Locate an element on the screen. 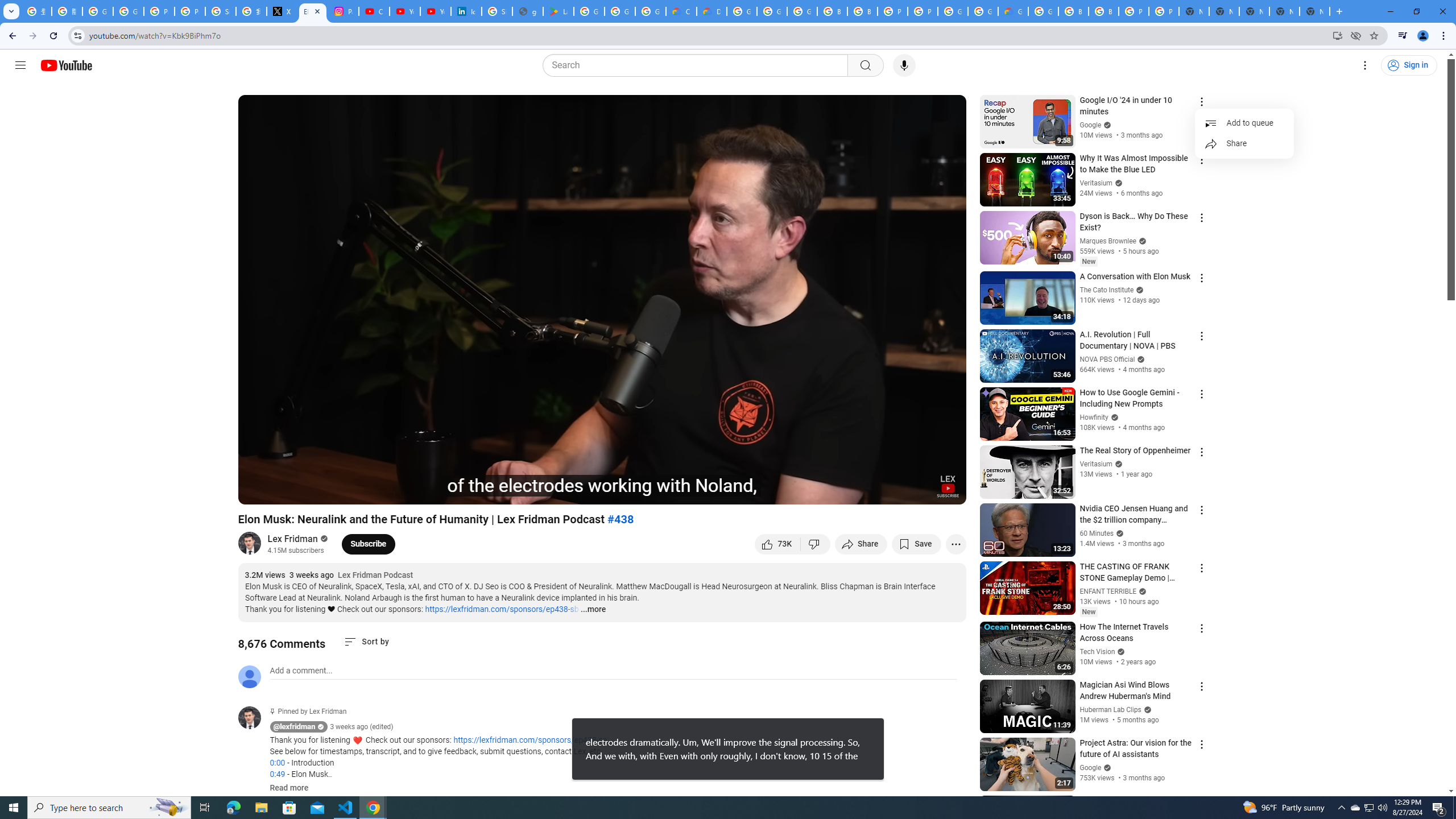  'like this video along with 73,133 other people' is located at coordinates (777, 543).